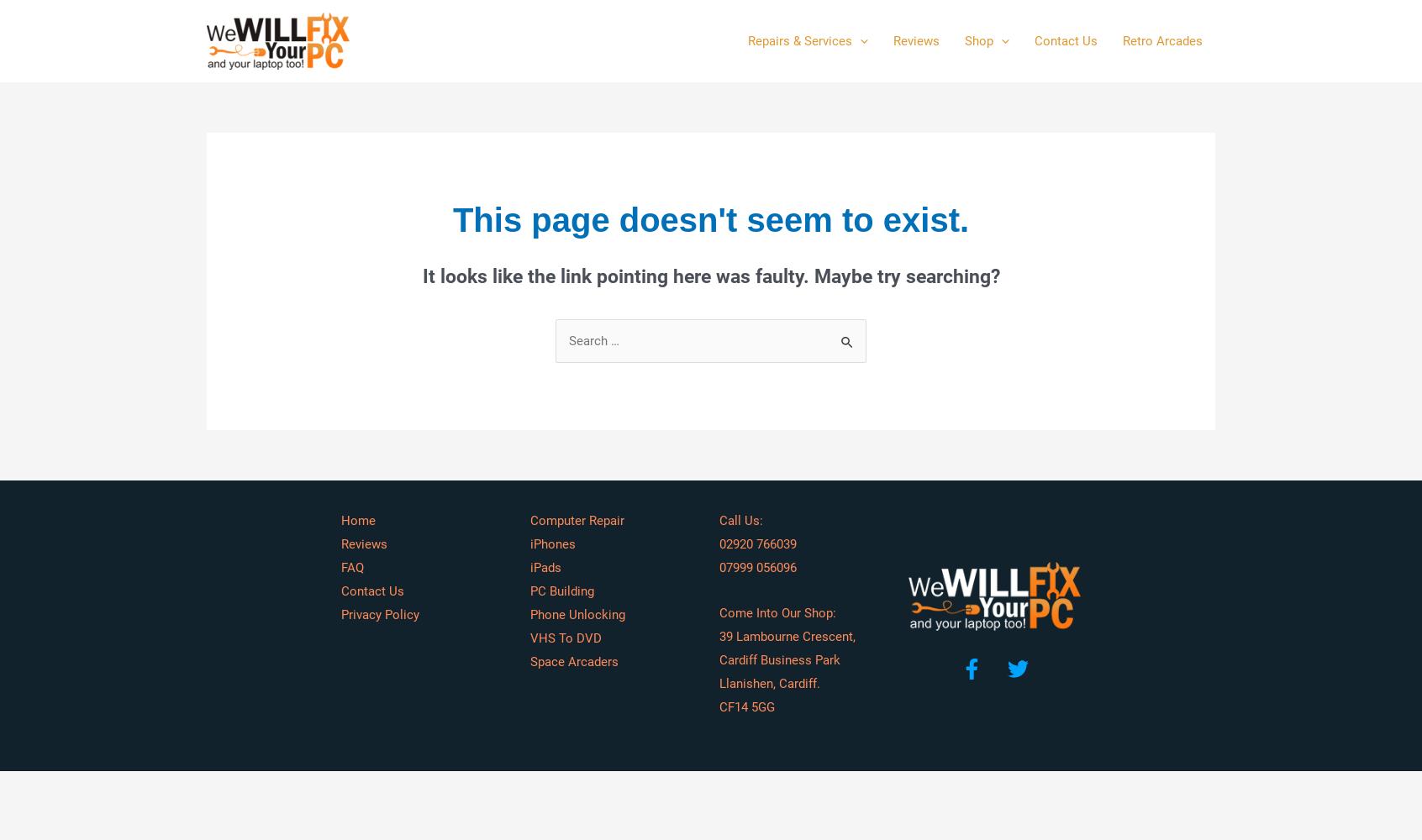 This screenshot has width=1422, height=840. What do you see at coordinates (718, 544) in the screenshot?
I see `'02920 766039'` at bounding box center [718, 544].